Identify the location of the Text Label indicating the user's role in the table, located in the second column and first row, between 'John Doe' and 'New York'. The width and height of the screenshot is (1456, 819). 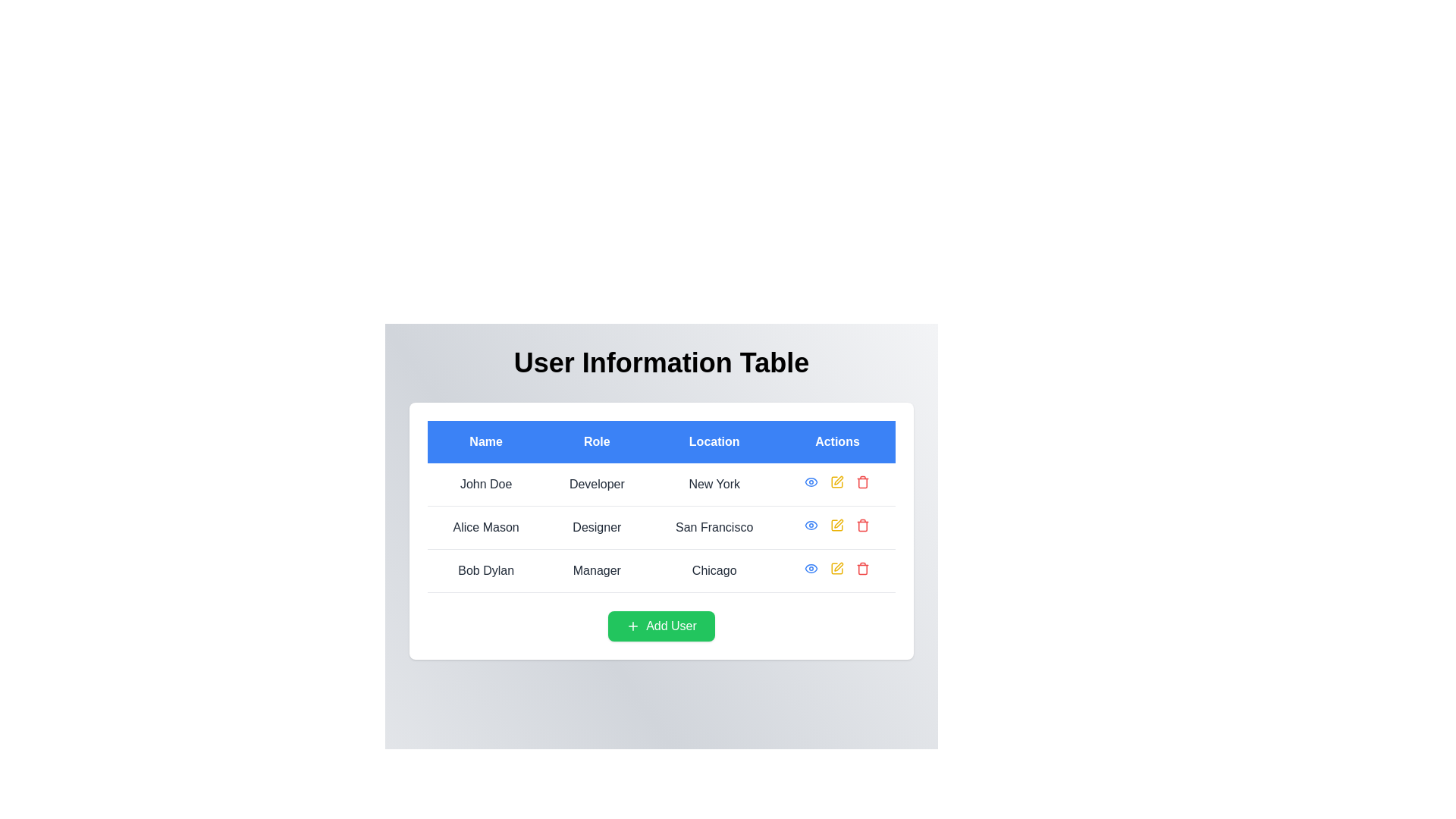
(596, 485).